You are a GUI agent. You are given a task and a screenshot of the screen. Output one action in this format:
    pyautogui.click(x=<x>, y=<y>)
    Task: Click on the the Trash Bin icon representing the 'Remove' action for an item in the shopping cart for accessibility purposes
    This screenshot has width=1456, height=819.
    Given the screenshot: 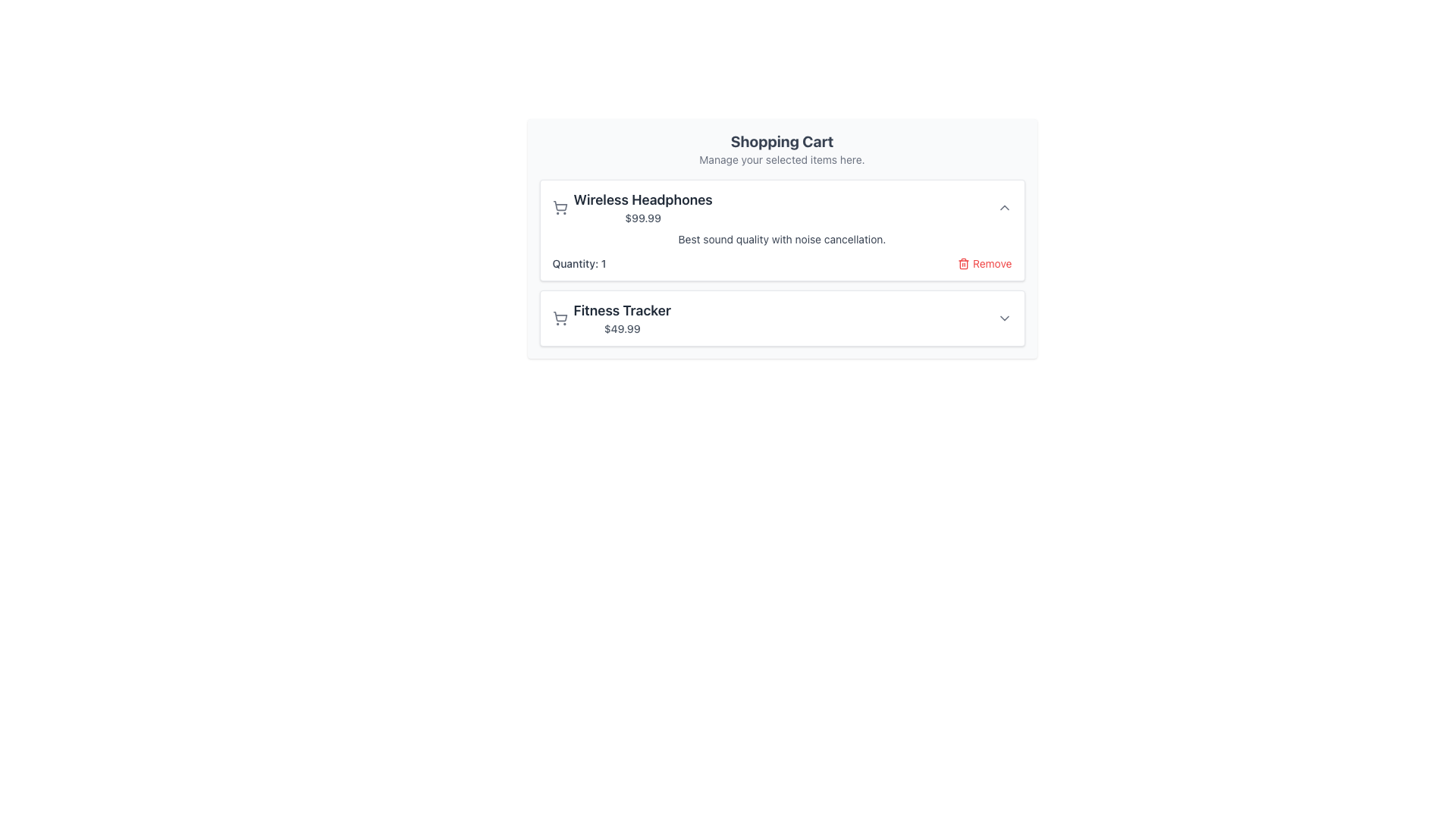 What is the action you would take?
    pyautogui.click(x=963, y=262)
    